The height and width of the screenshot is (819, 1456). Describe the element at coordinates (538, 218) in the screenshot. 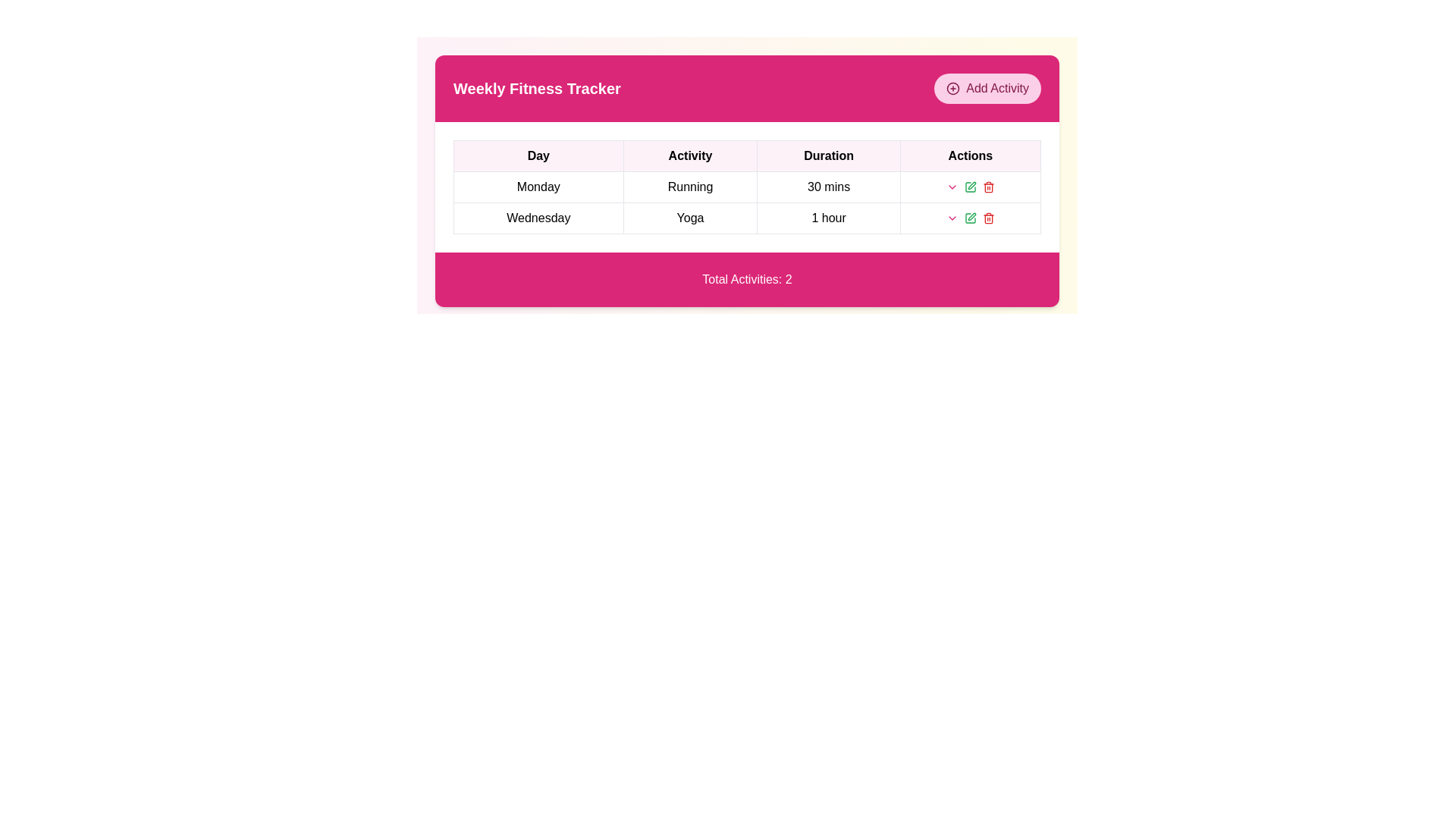

I see `the static text displaying 'Wednesday' located in the second row of the table under the 'Day' column` at that location.